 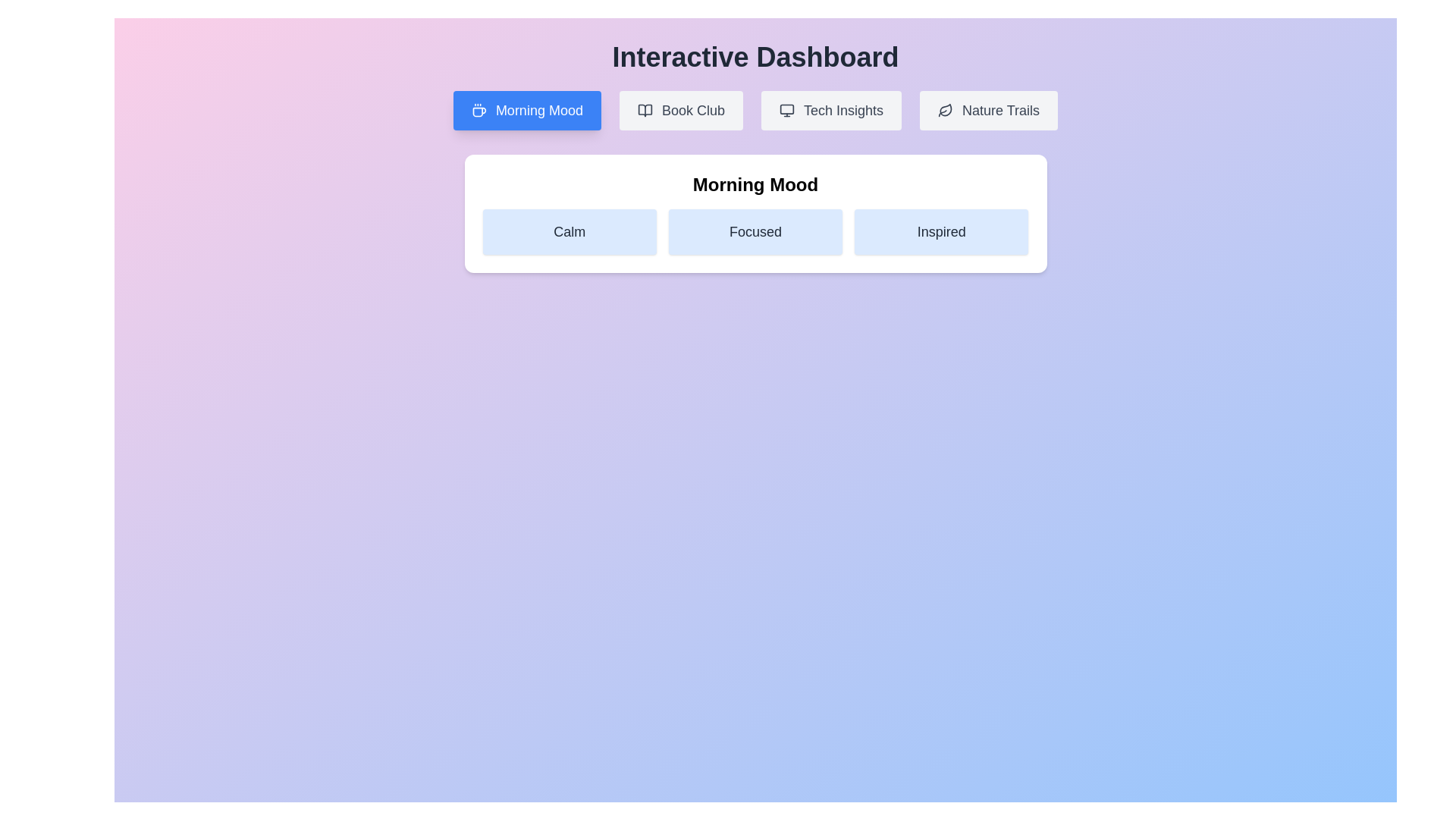 I want to click on the 'Focused' static text label, which is centrally aligned within the 'Morning Mood' section and displayed in a large font, so click(x=755, y=231).